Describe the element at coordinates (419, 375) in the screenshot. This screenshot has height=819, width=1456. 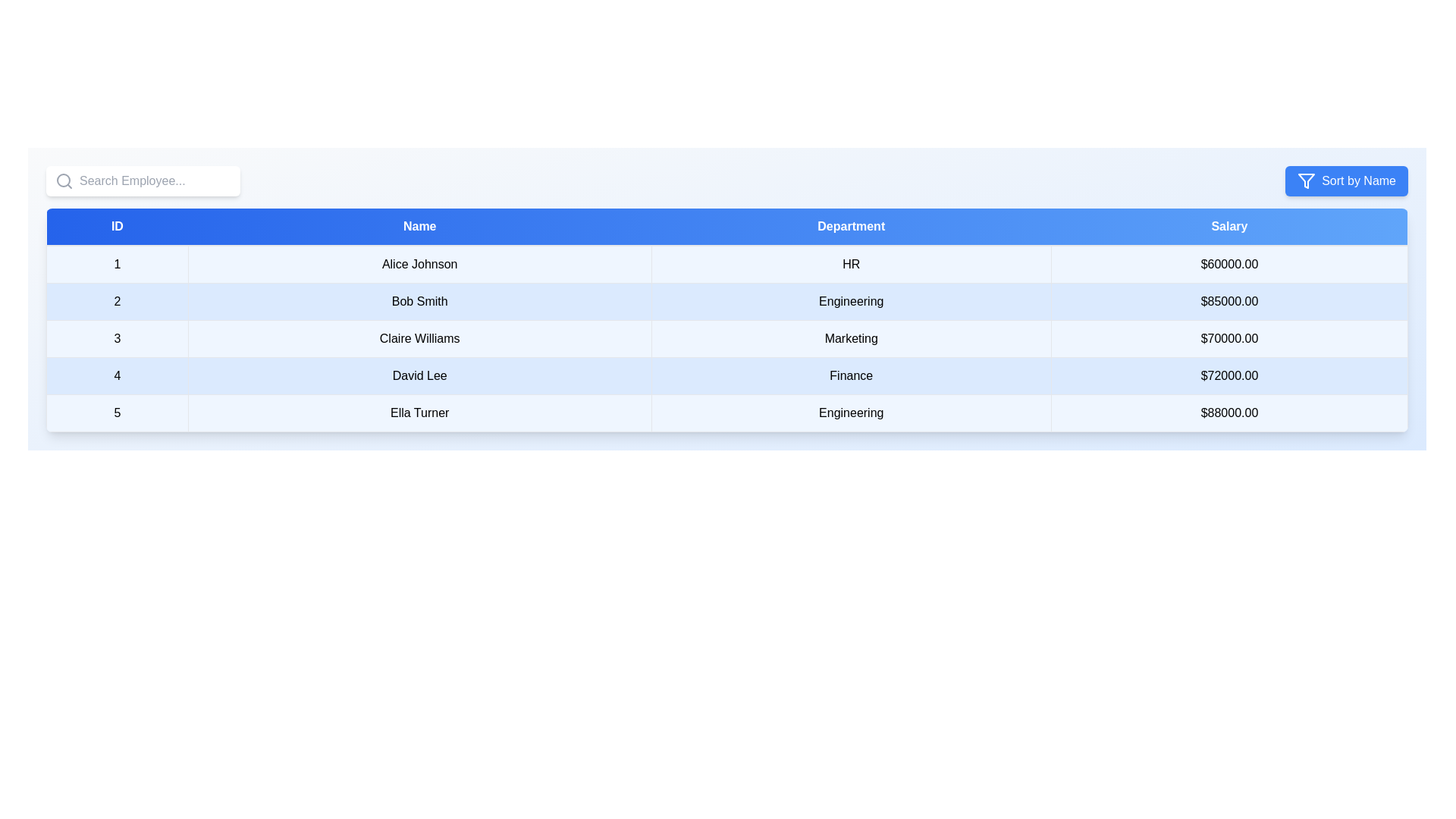
I see `the text label 'David Lee' located in the second column of the fourth row of the table` at that location.